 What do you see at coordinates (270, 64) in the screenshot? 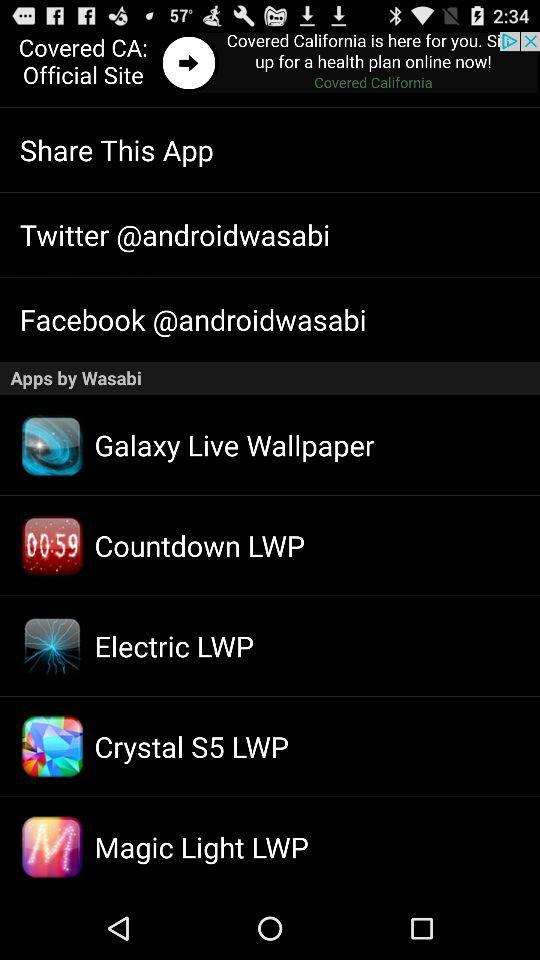
I see `advertisements` at bounding box center [270, 64].